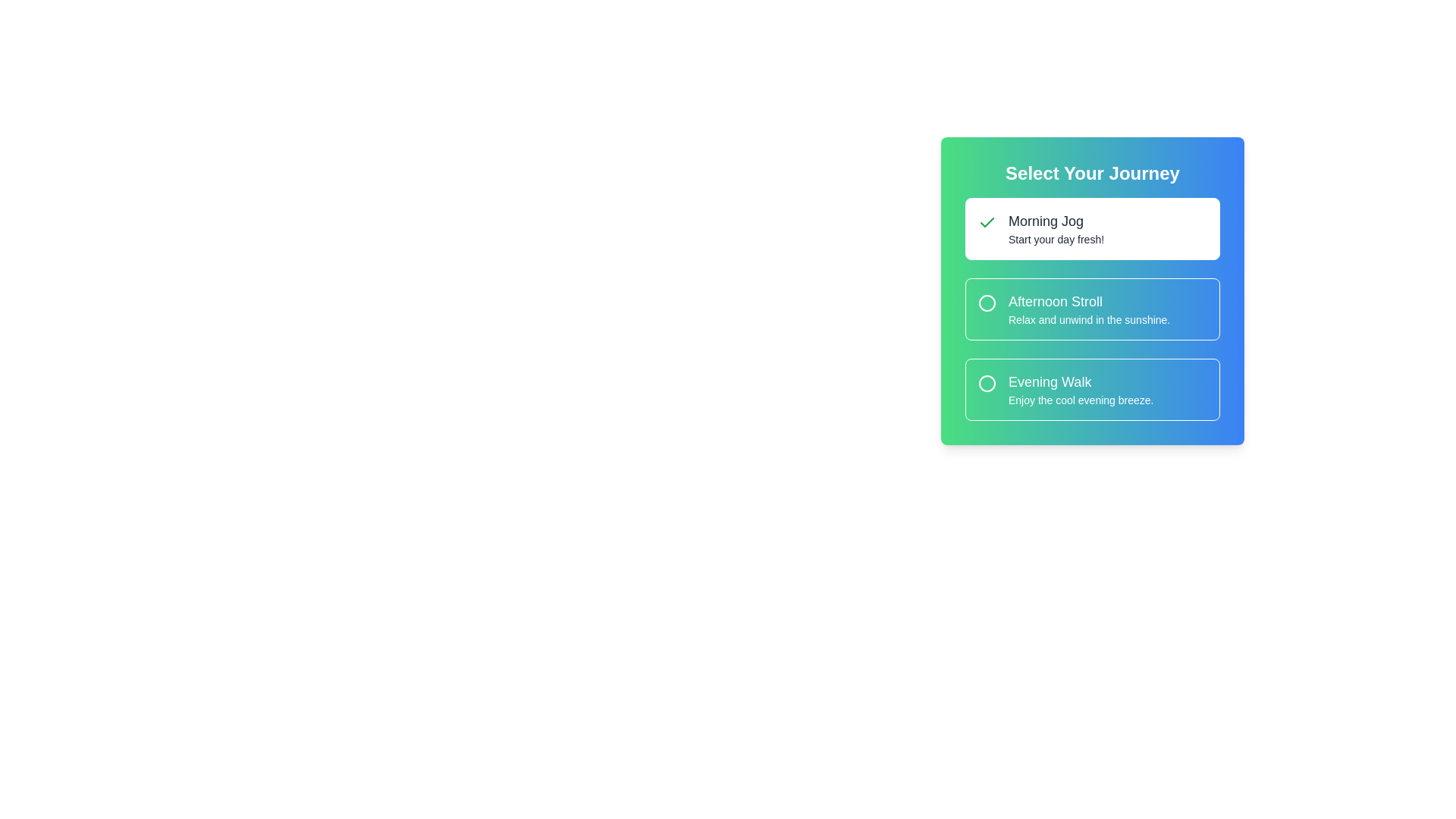 The image size is (1456, 819). Describe the element at coordinates (987, 382) in the screenshot. I see `the circular marker associated with the 'Evening Walk' option, which is located at the top-left corner of the option card` at that location.